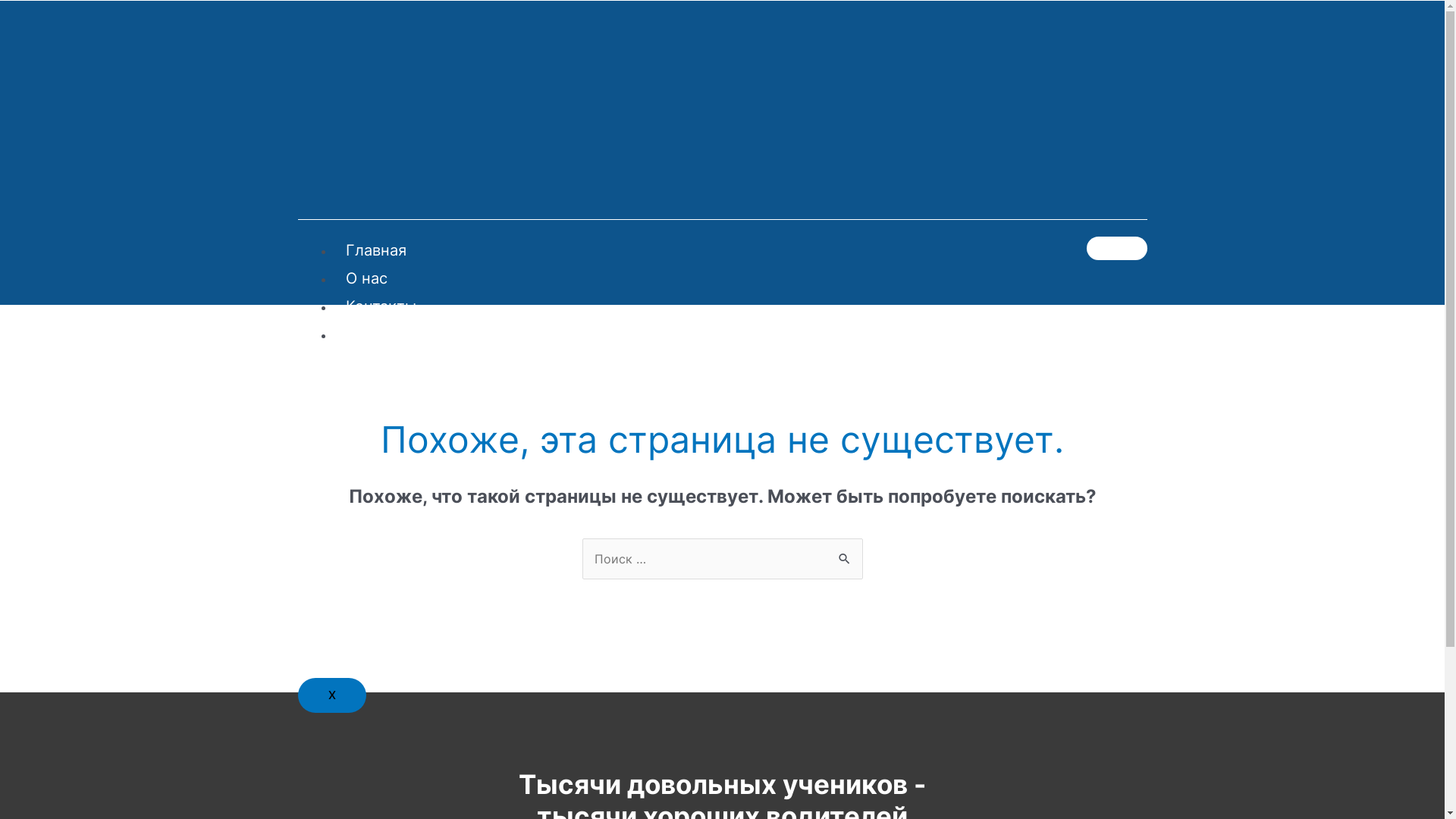 The width and height of the screenshot is (1456, 819). I want to click on 'X', so click(330, 695).